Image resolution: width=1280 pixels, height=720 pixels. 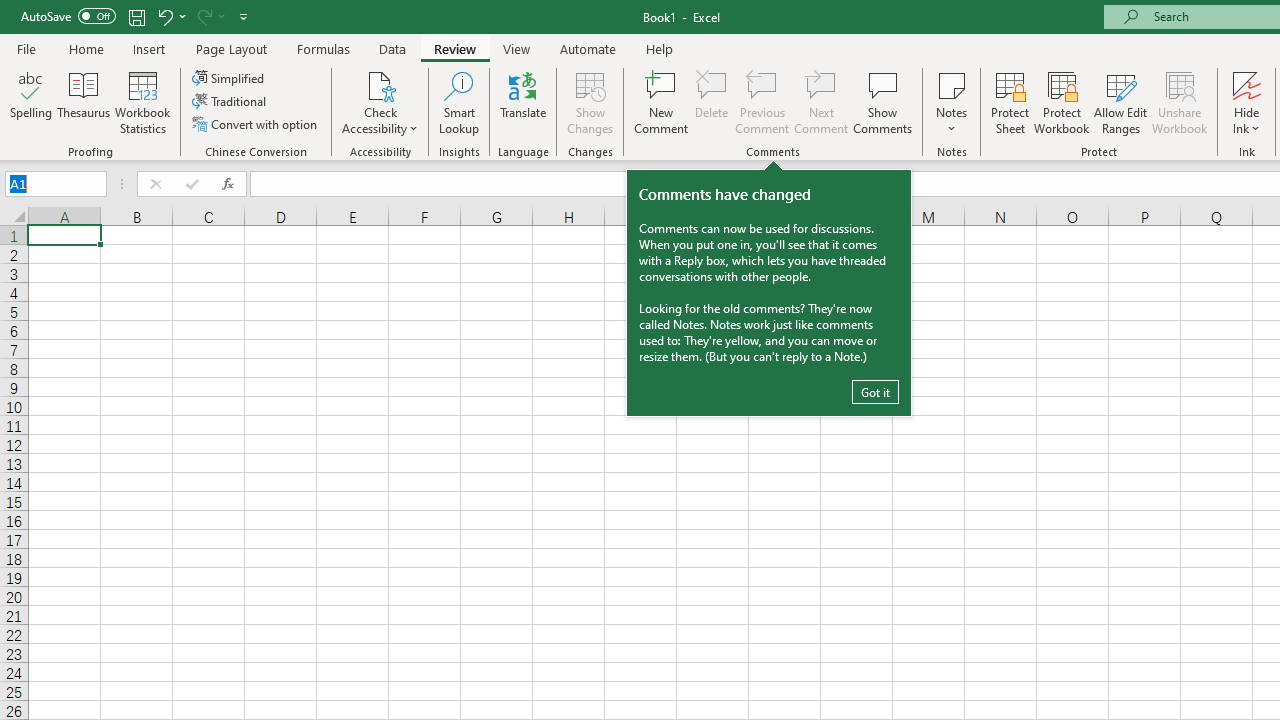 I want to click on 'Spelling...', so click(x=31, y=103).